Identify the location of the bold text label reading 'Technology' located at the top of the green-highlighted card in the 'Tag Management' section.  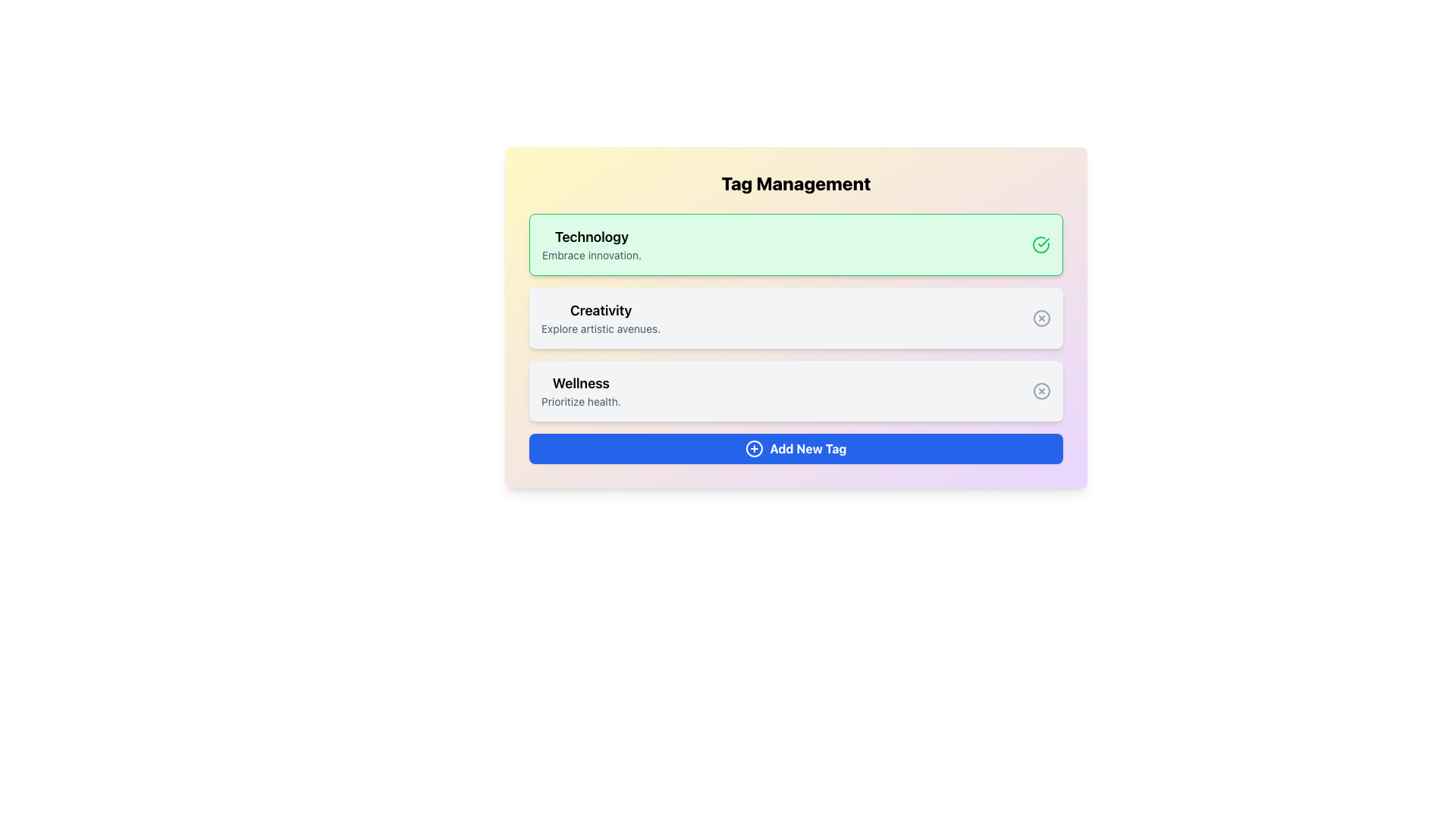
(591, 237).